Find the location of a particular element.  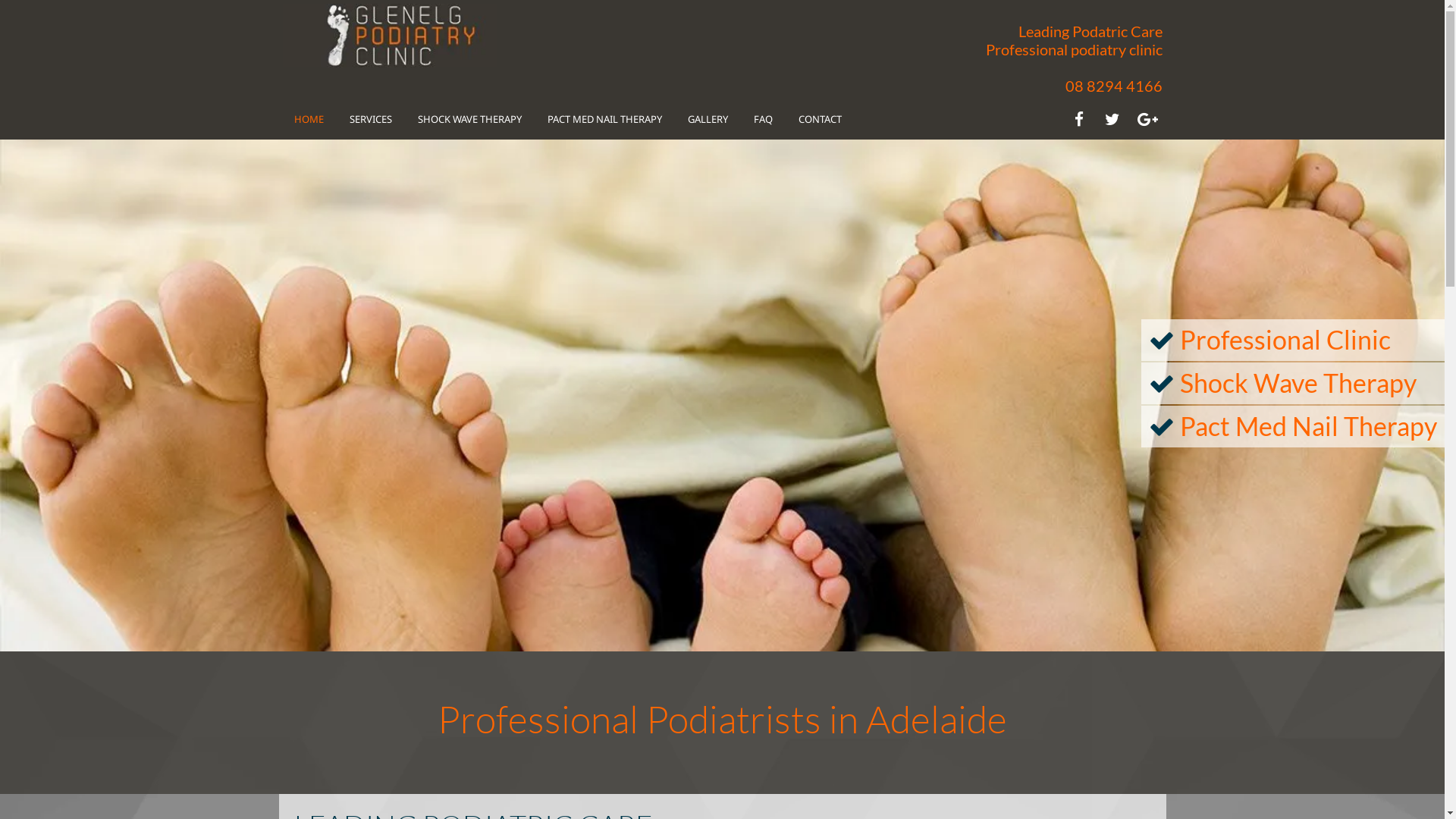

'08 8294 4166' is located at coordinates (1113, 85).